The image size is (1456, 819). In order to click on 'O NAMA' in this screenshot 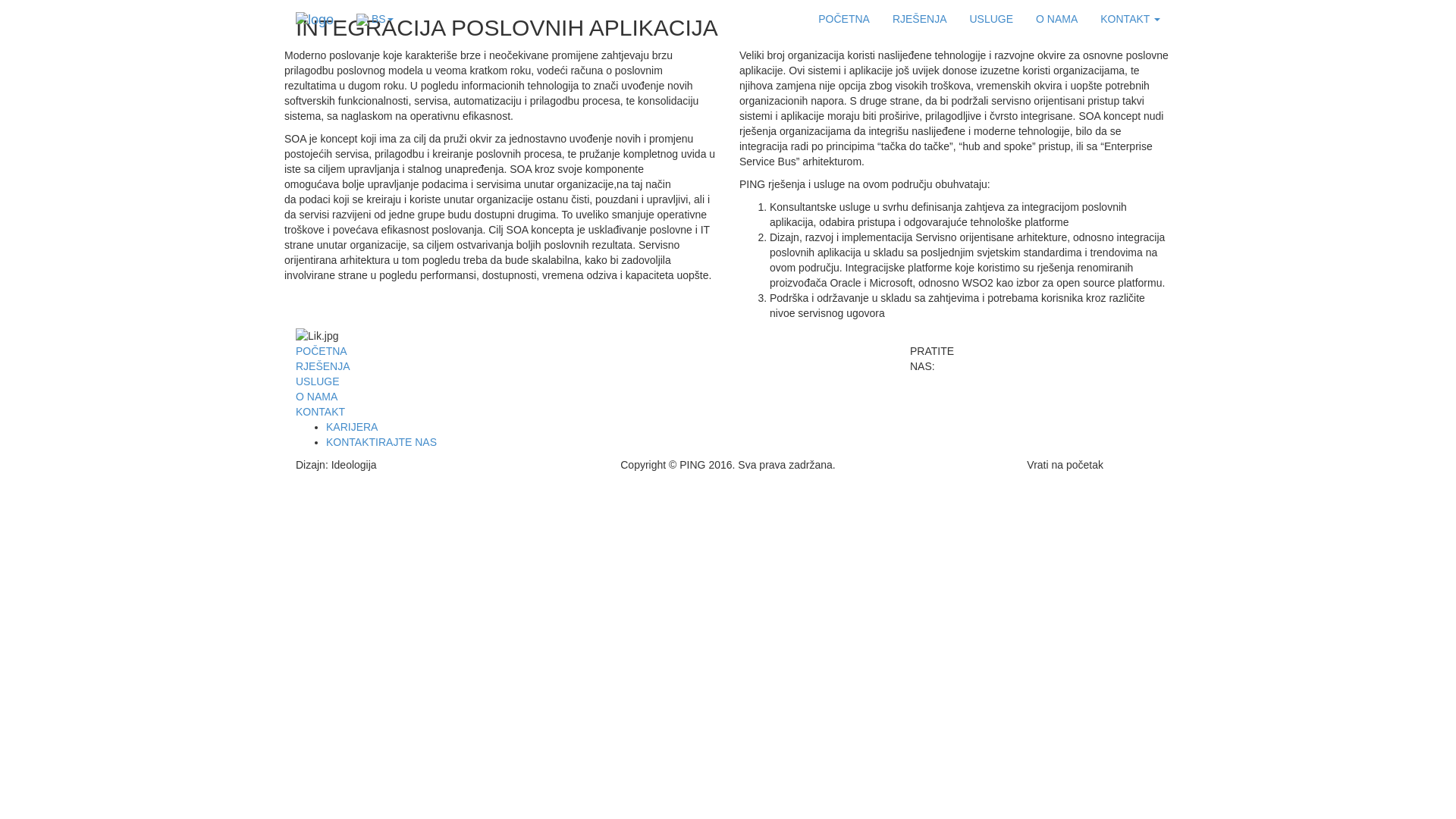, I will do `click(1056, 18)`.